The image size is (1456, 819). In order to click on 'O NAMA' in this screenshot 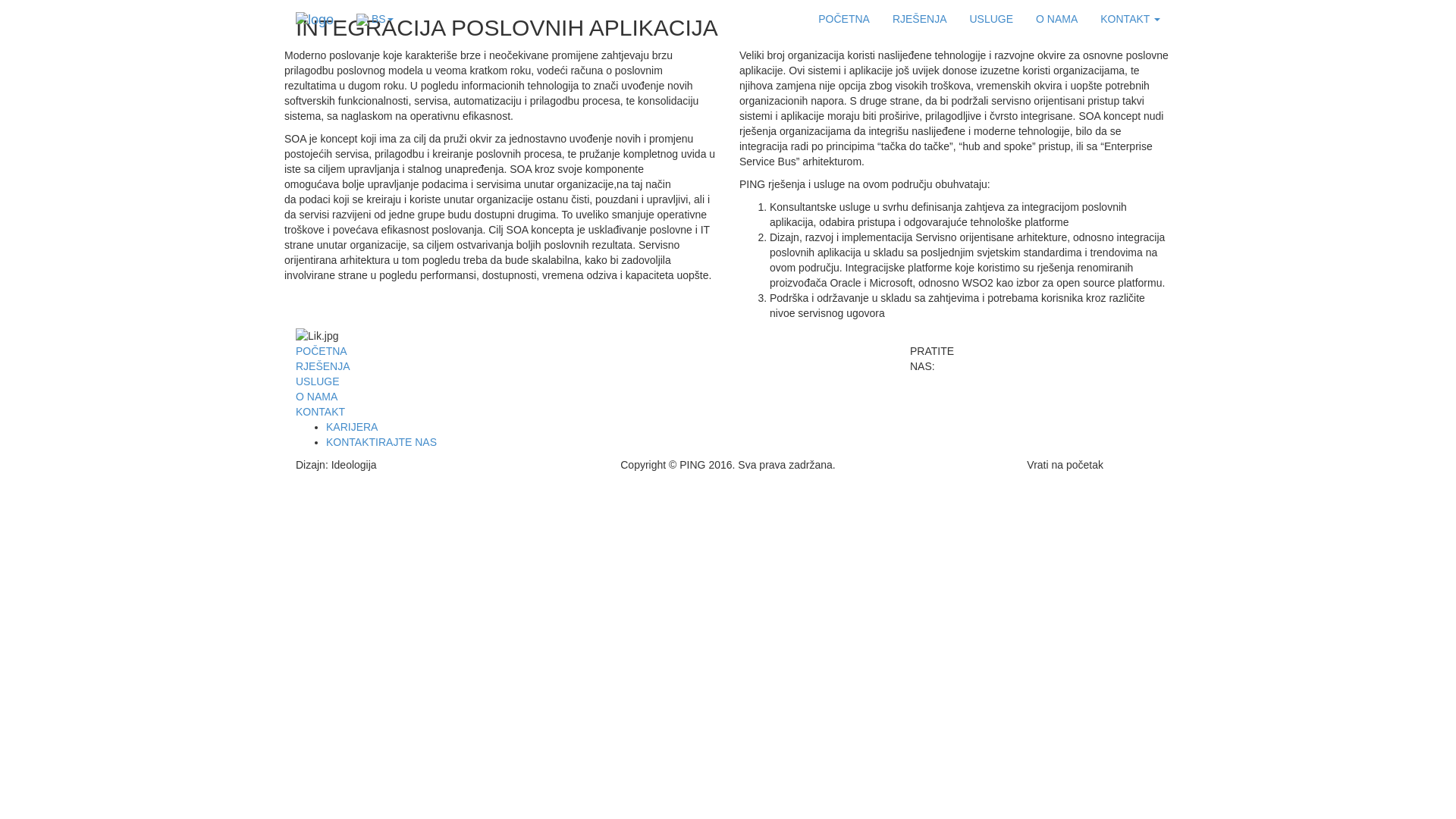, I will do `click(1056, 18)`.